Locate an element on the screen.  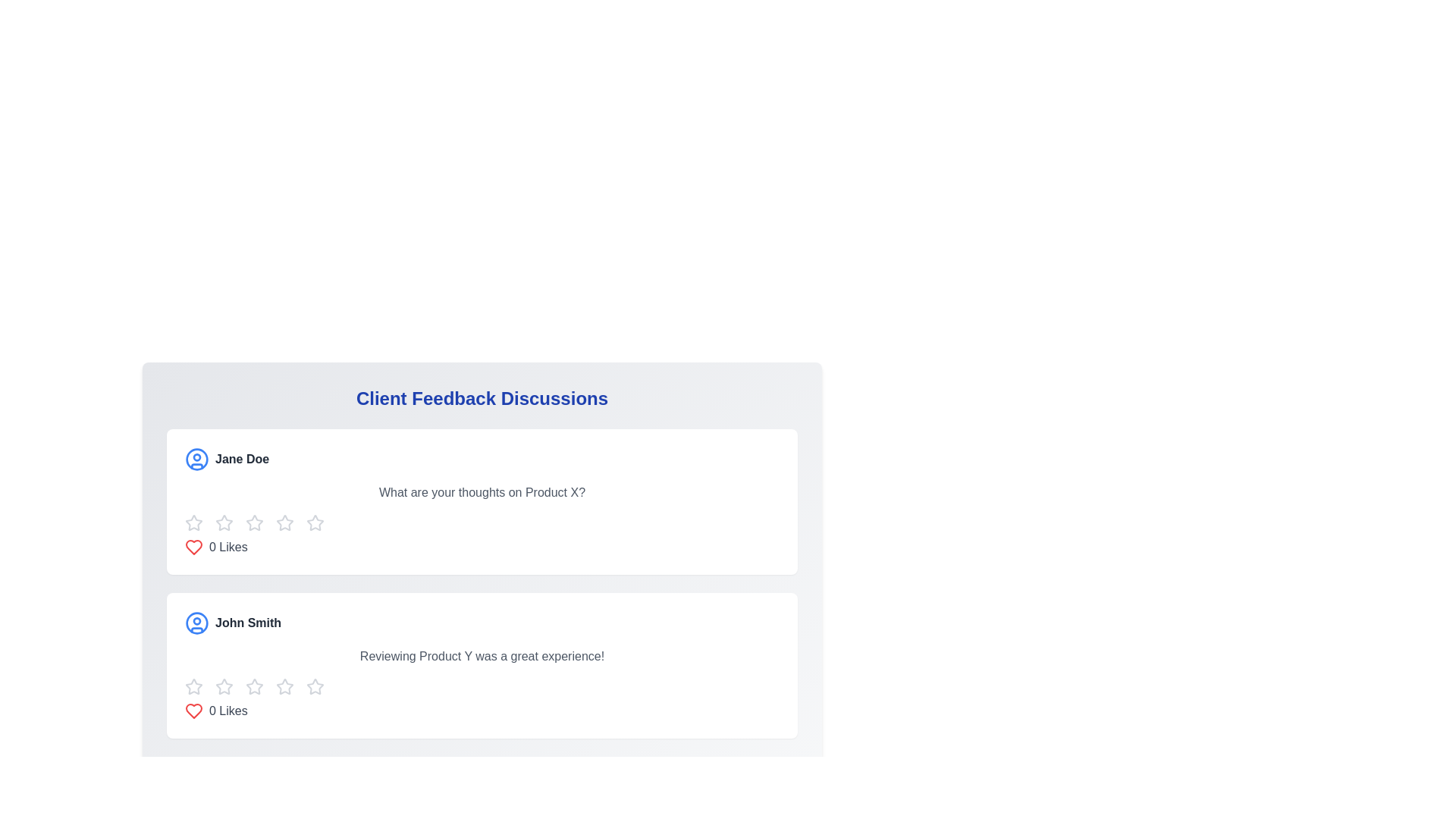
the second star in the 5-star rating system within the comment section titled 'Jane Doe' is located at coordinates (224, 522).